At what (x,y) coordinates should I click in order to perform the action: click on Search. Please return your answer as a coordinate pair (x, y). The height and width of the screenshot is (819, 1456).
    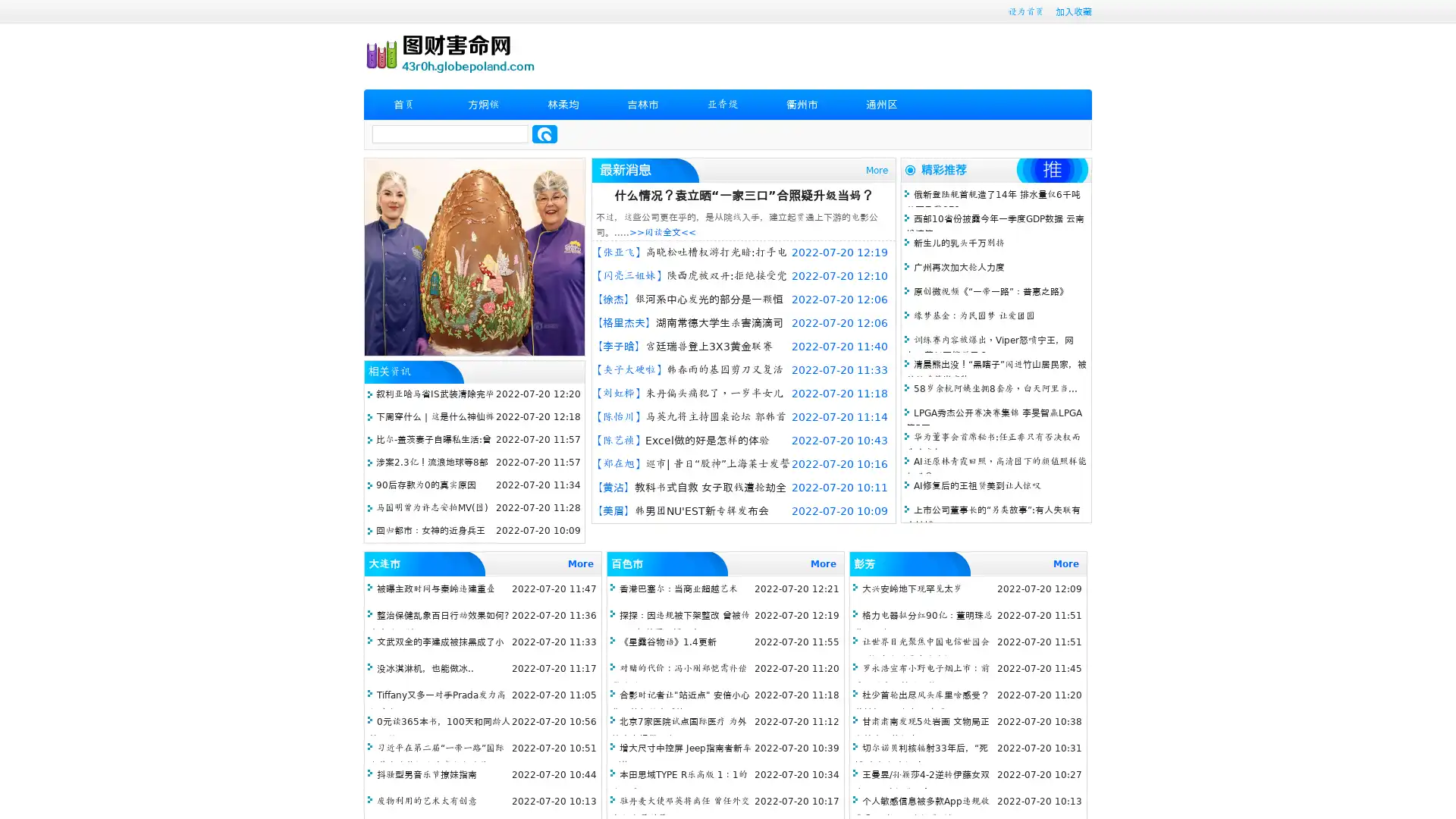
    Looking at the image, I should click on (544, 133).